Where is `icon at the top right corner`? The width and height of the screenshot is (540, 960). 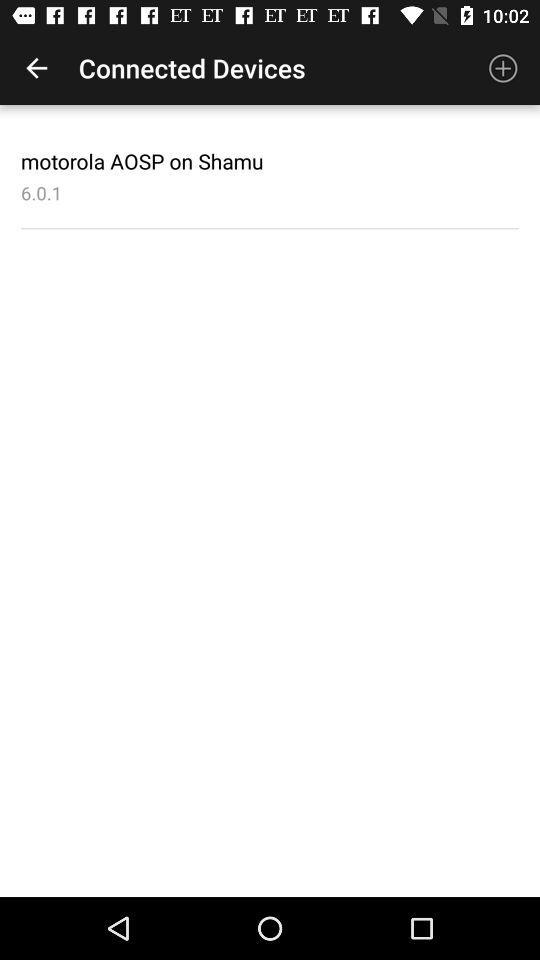 icon at the top right corner is located at coordinates (502, 68).